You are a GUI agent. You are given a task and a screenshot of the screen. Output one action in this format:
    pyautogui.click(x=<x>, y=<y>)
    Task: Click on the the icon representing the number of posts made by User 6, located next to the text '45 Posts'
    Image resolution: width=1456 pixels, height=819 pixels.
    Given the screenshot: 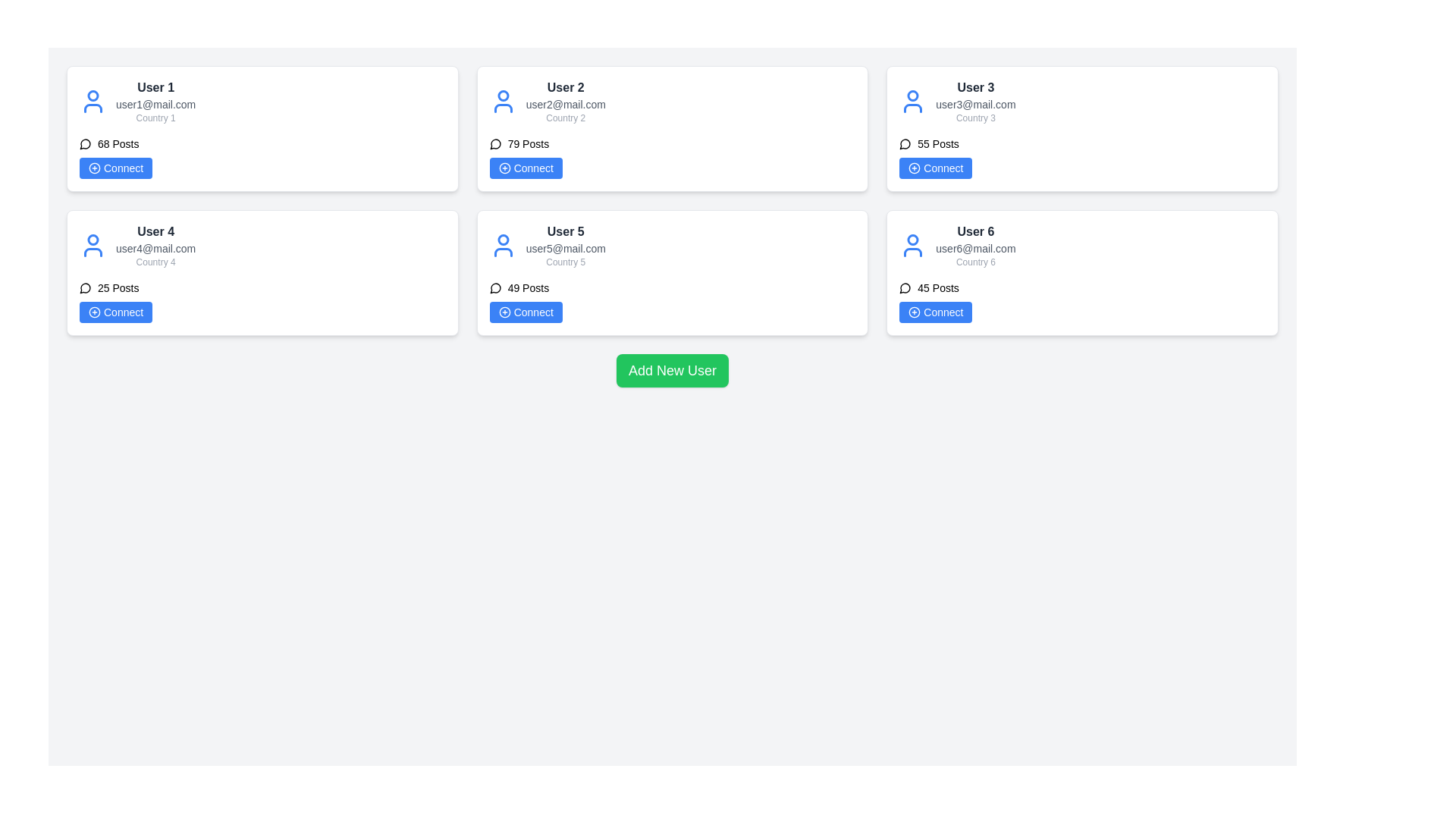 What is the action you would take?
    pyautogui.click(x=905, y=288)
    